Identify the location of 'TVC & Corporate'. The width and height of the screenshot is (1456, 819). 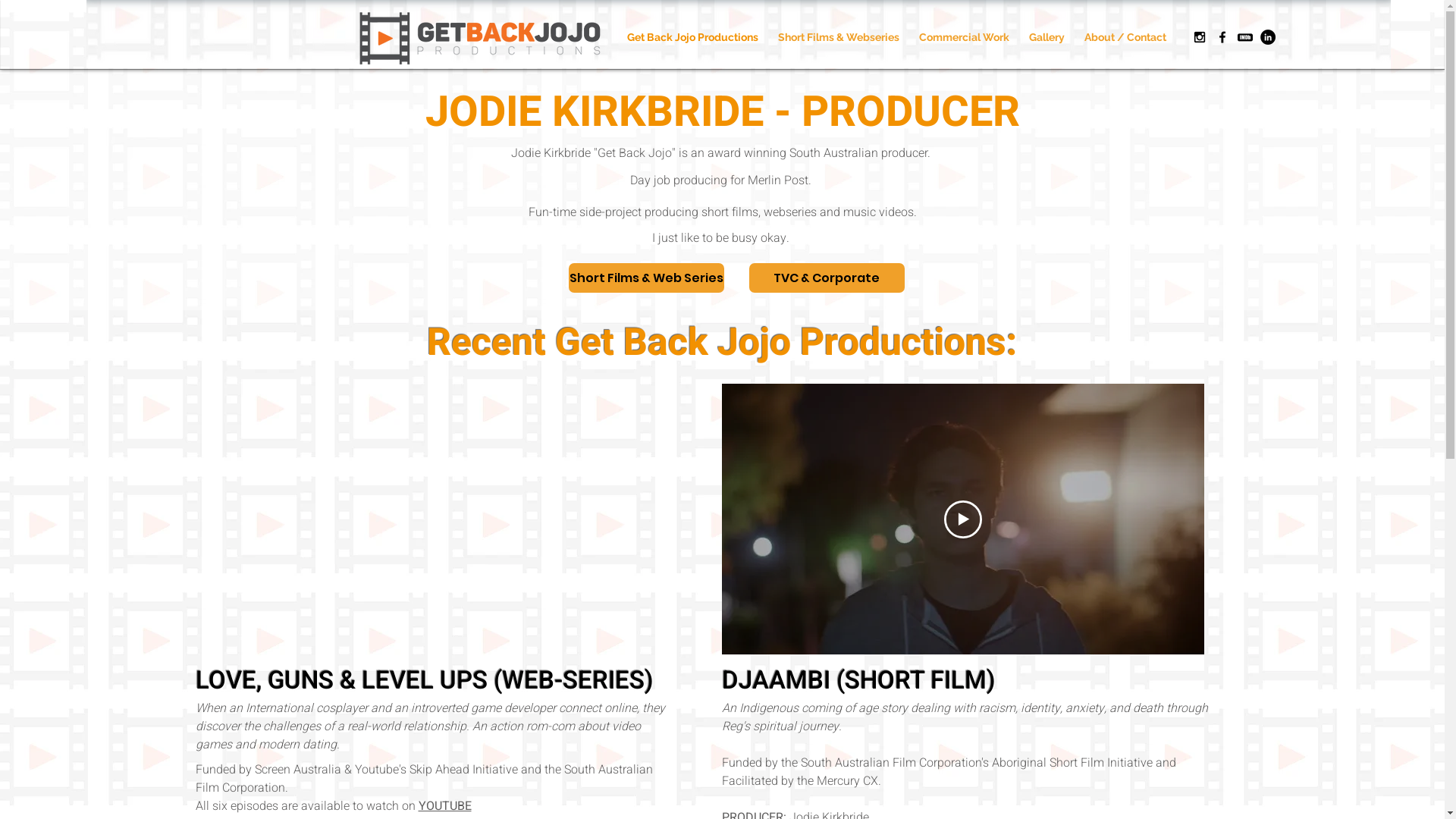
(826, 278).